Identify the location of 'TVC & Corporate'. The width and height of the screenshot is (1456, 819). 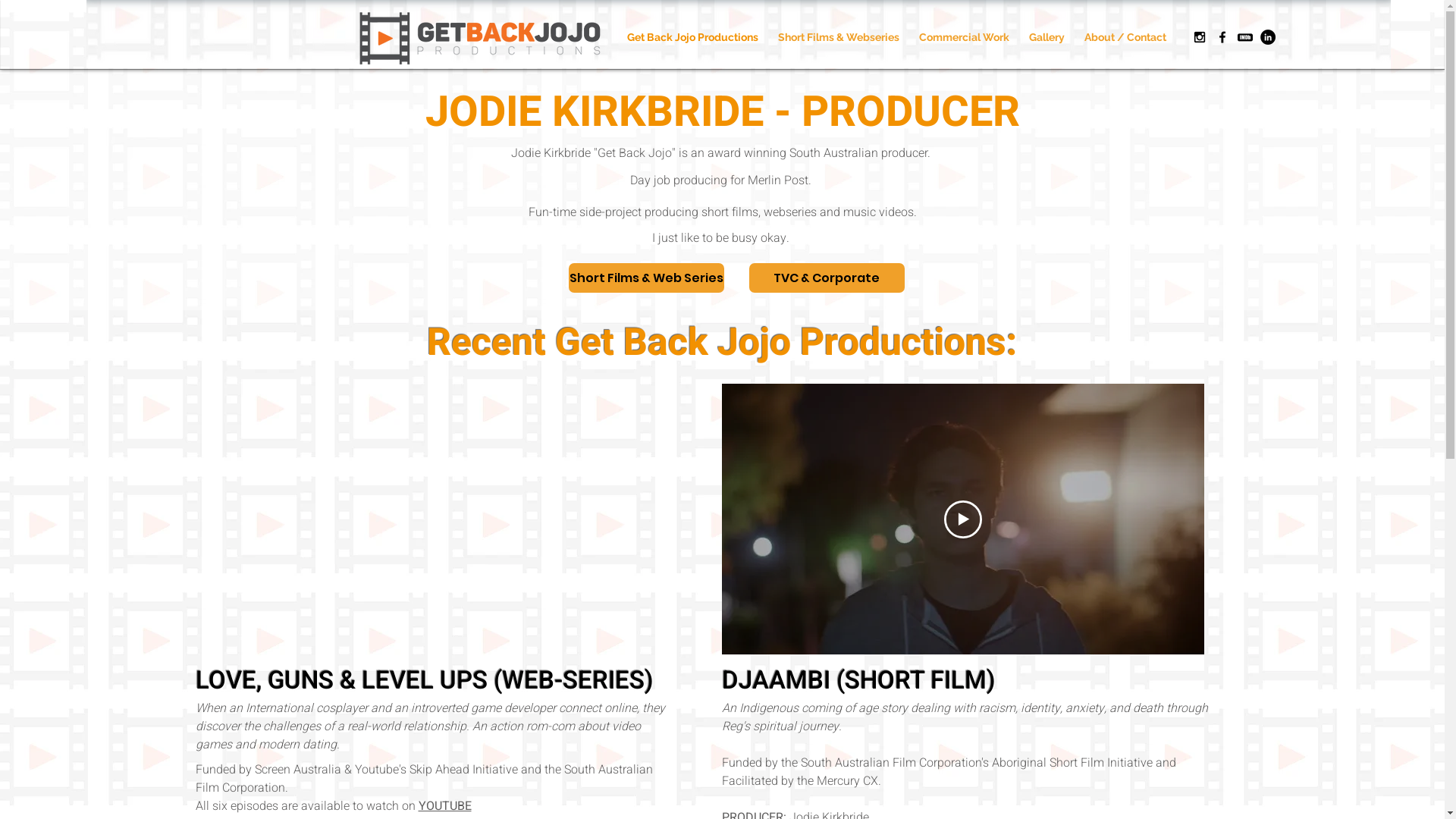
(826, 278).